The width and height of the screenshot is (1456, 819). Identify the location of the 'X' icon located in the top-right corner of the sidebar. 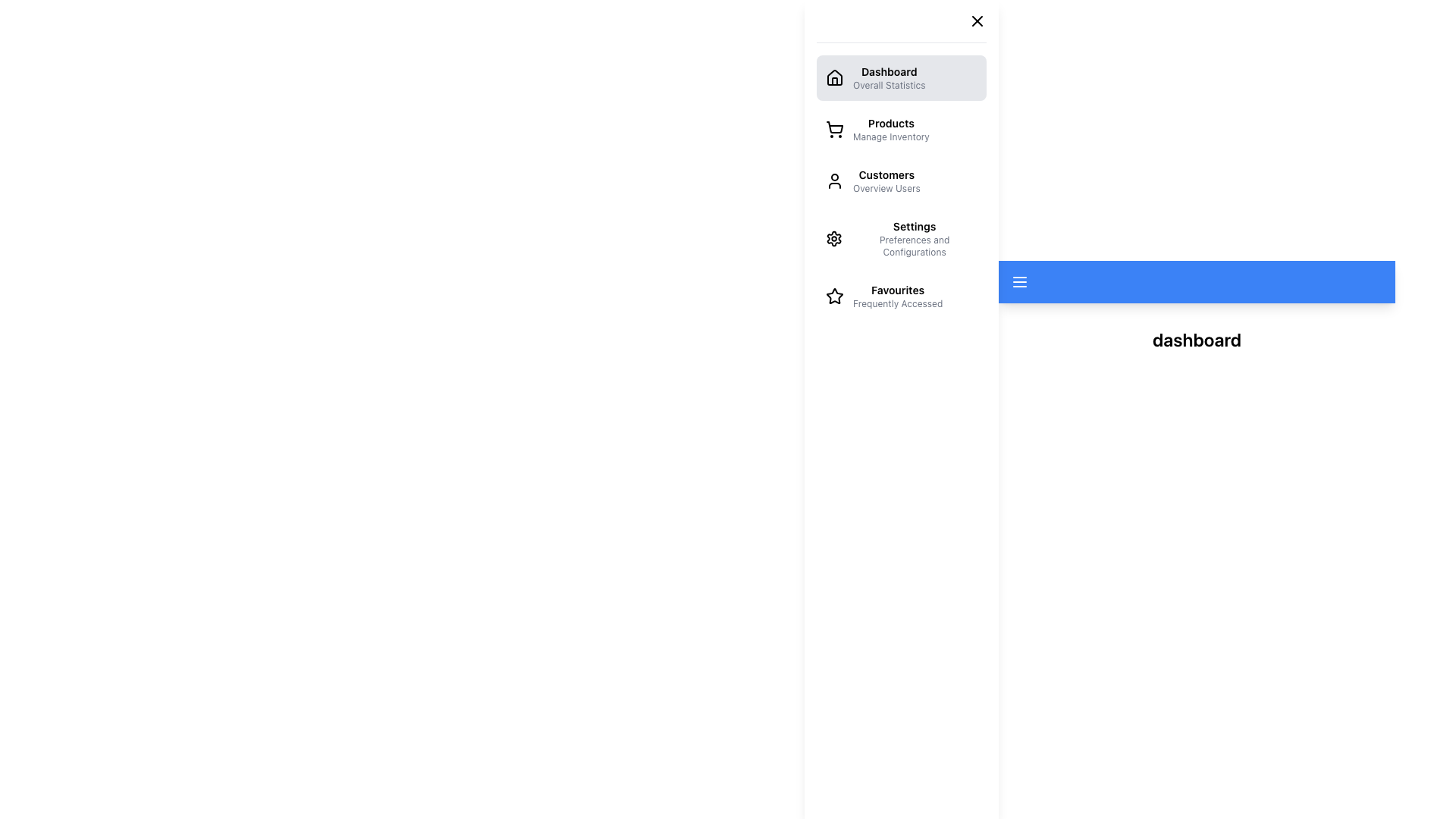
(977, 20).